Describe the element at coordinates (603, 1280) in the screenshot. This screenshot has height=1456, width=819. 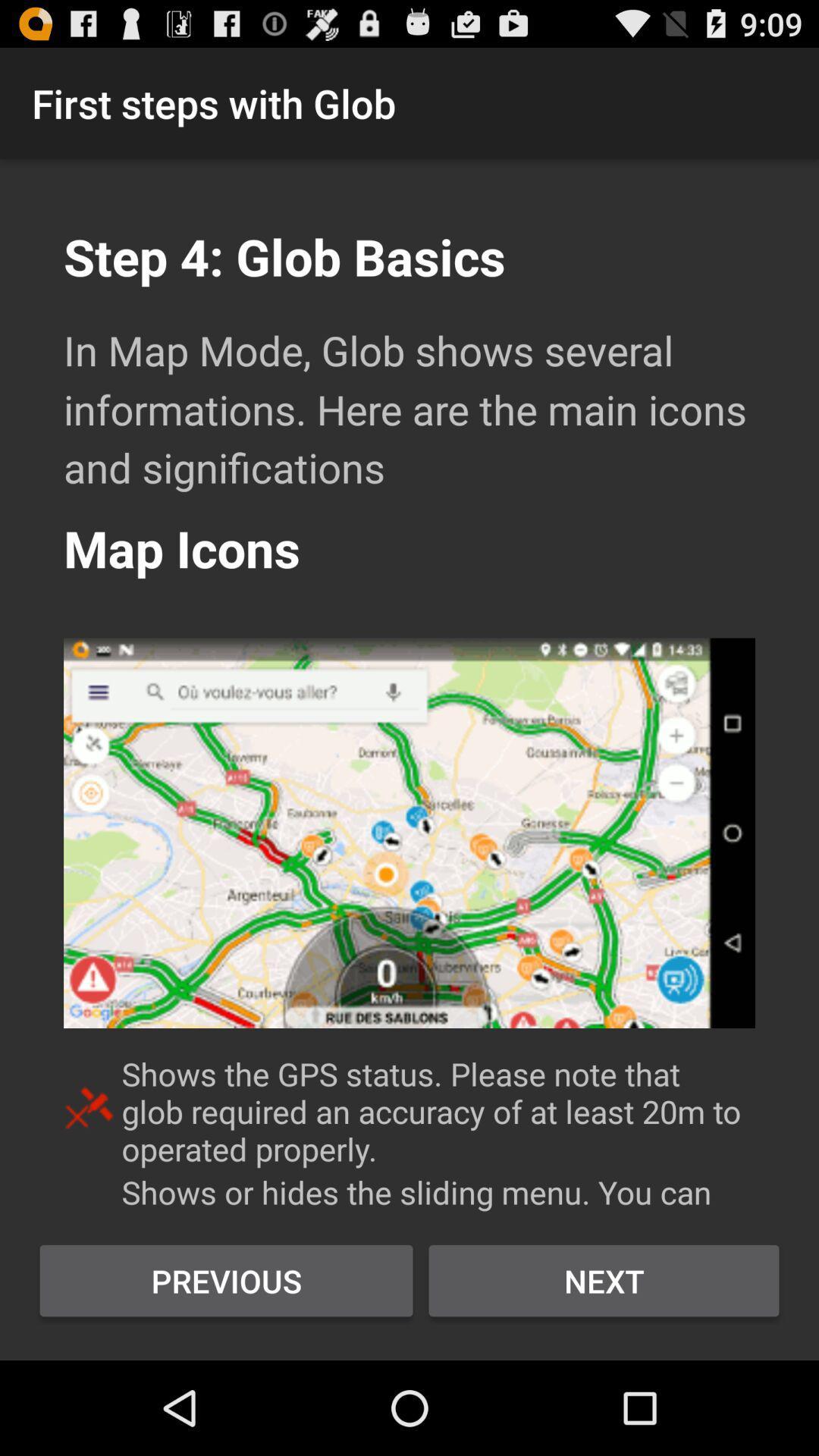
I see `the item below the shows or hides` at that location.